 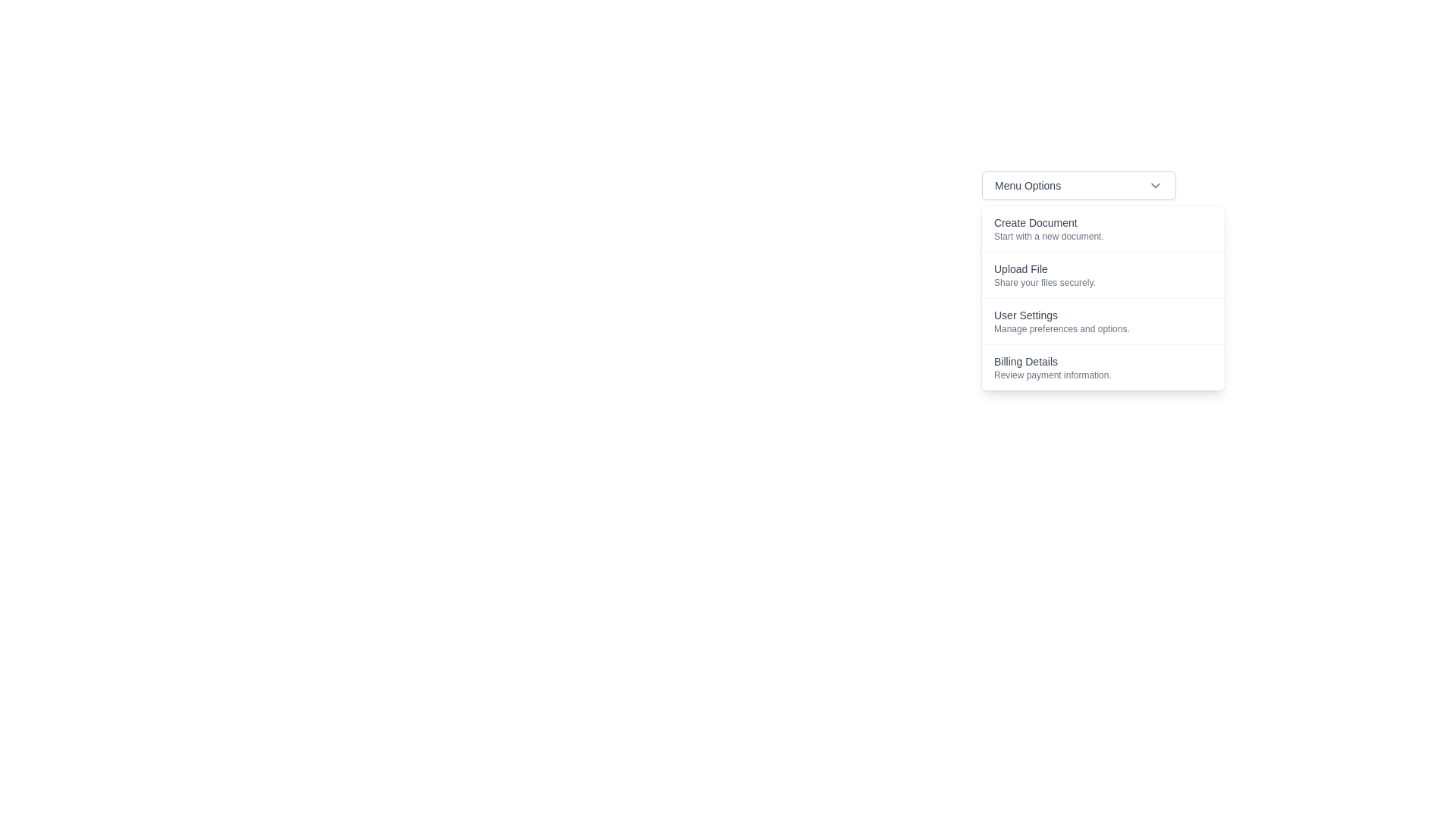 What do you see at coordinates (1103, 375) in the screenshot?
I see `the static text element that displays 'Review payment information.' located beneath 'Billing Details' in the dropdown menu` at bounding box center [1103, 375].